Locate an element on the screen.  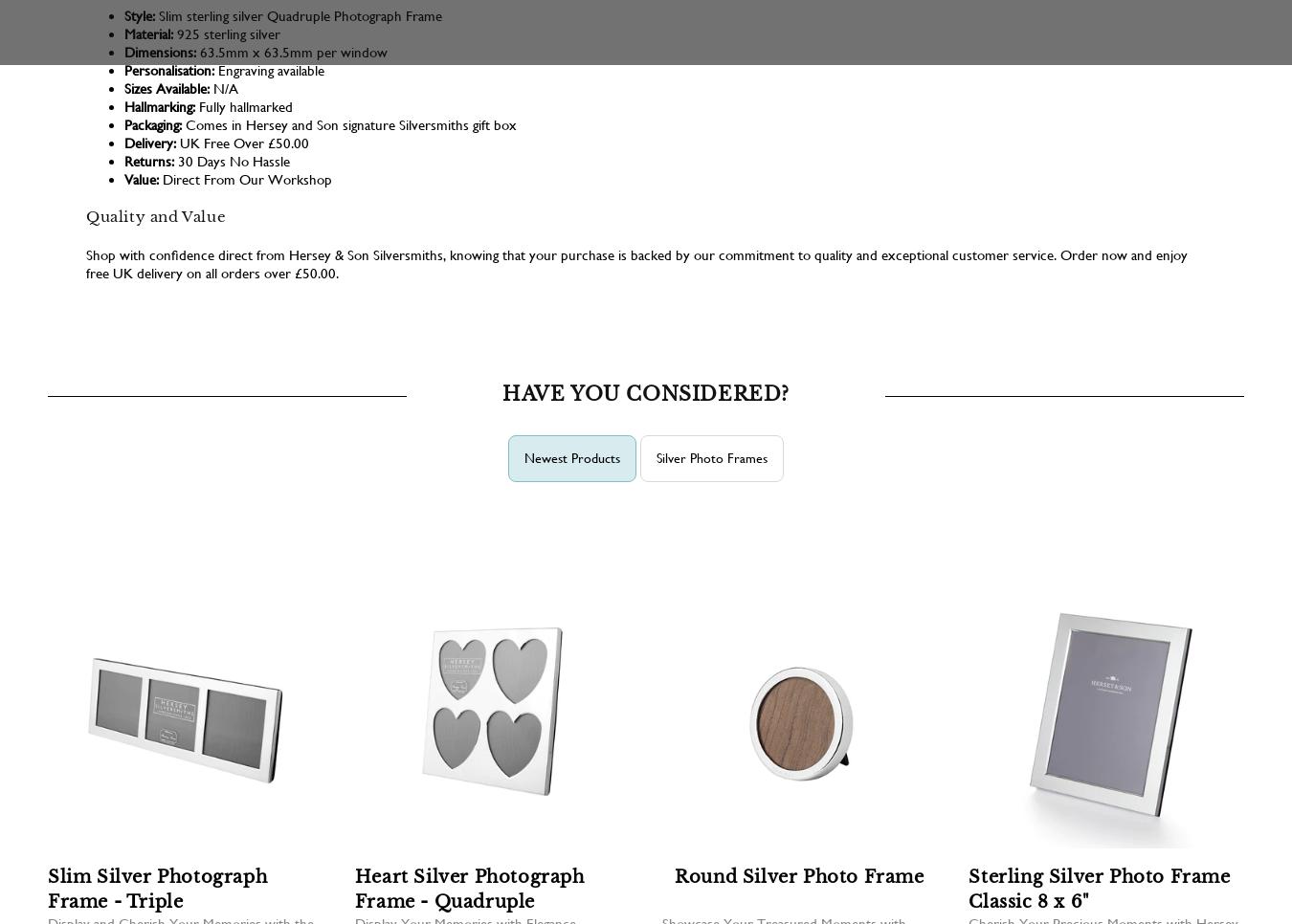
'Fully hallmarked' is located at coordinates (243, 106).